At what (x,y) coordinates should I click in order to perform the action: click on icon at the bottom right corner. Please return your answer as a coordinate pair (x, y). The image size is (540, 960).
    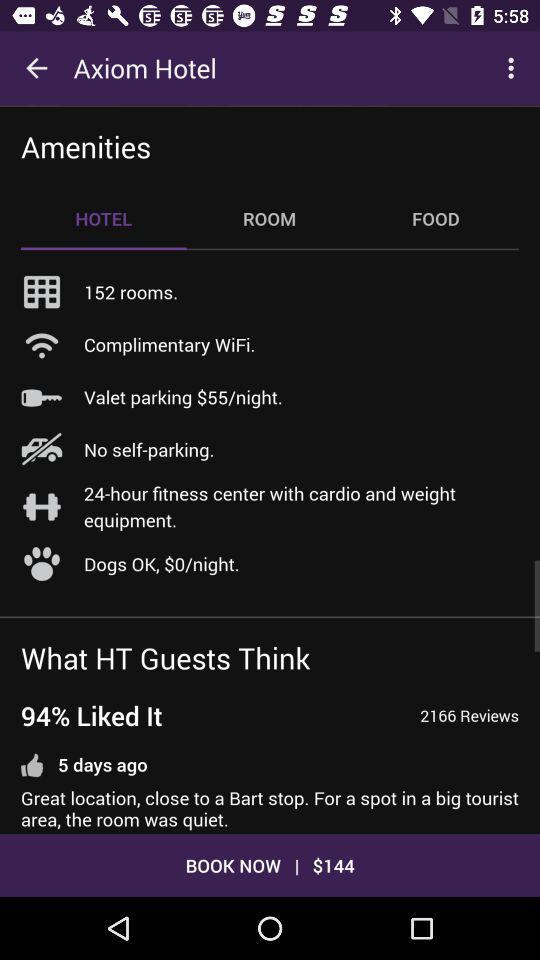
    Looking at the image, I should click on (469, 715).